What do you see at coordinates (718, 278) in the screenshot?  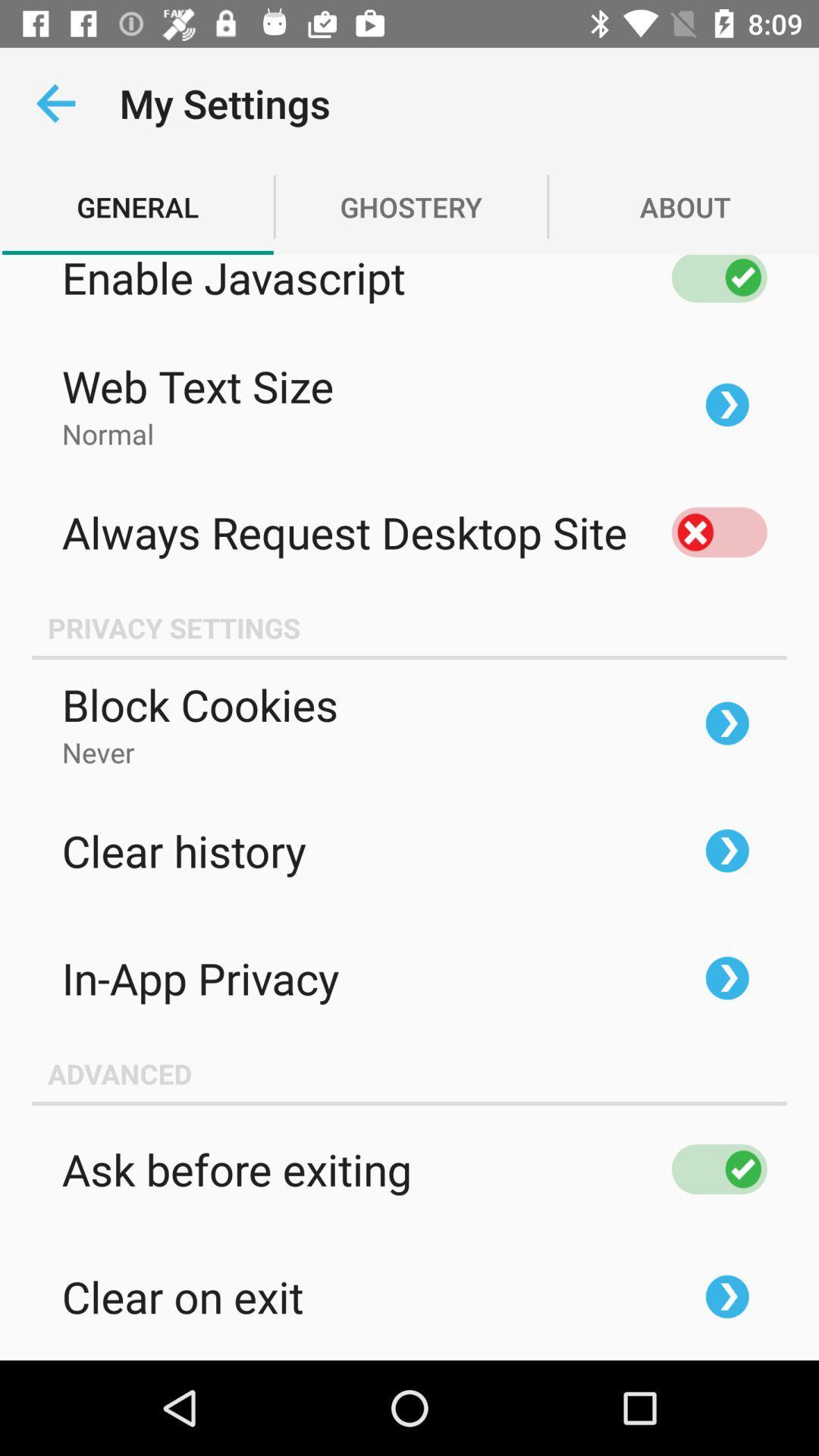 I see `enable/disable javascript toggle` at bounding box center [718, 278].